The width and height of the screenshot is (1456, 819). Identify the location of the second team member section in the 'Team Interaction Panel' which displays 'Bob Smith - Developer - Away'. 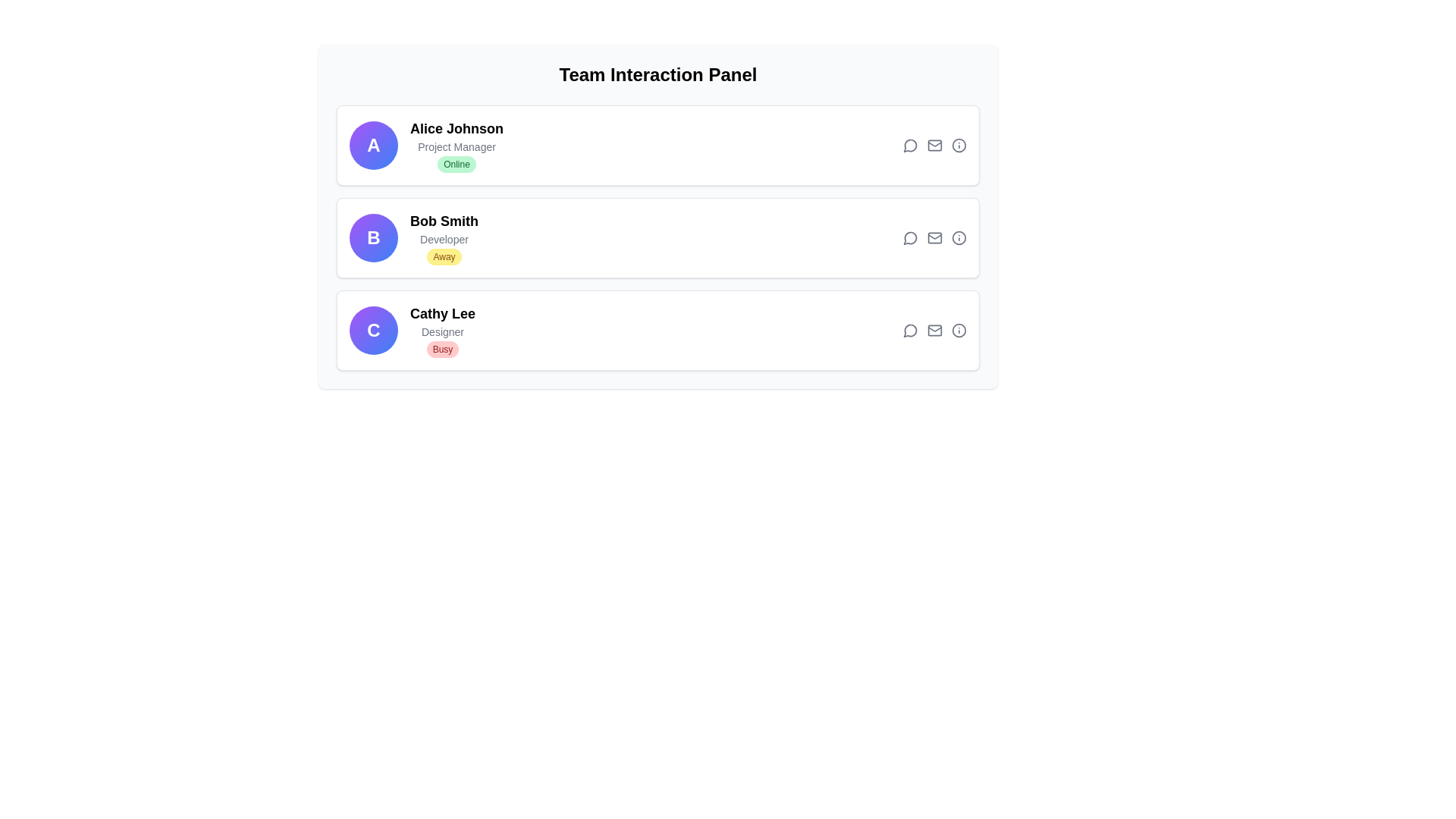
(658, 216).